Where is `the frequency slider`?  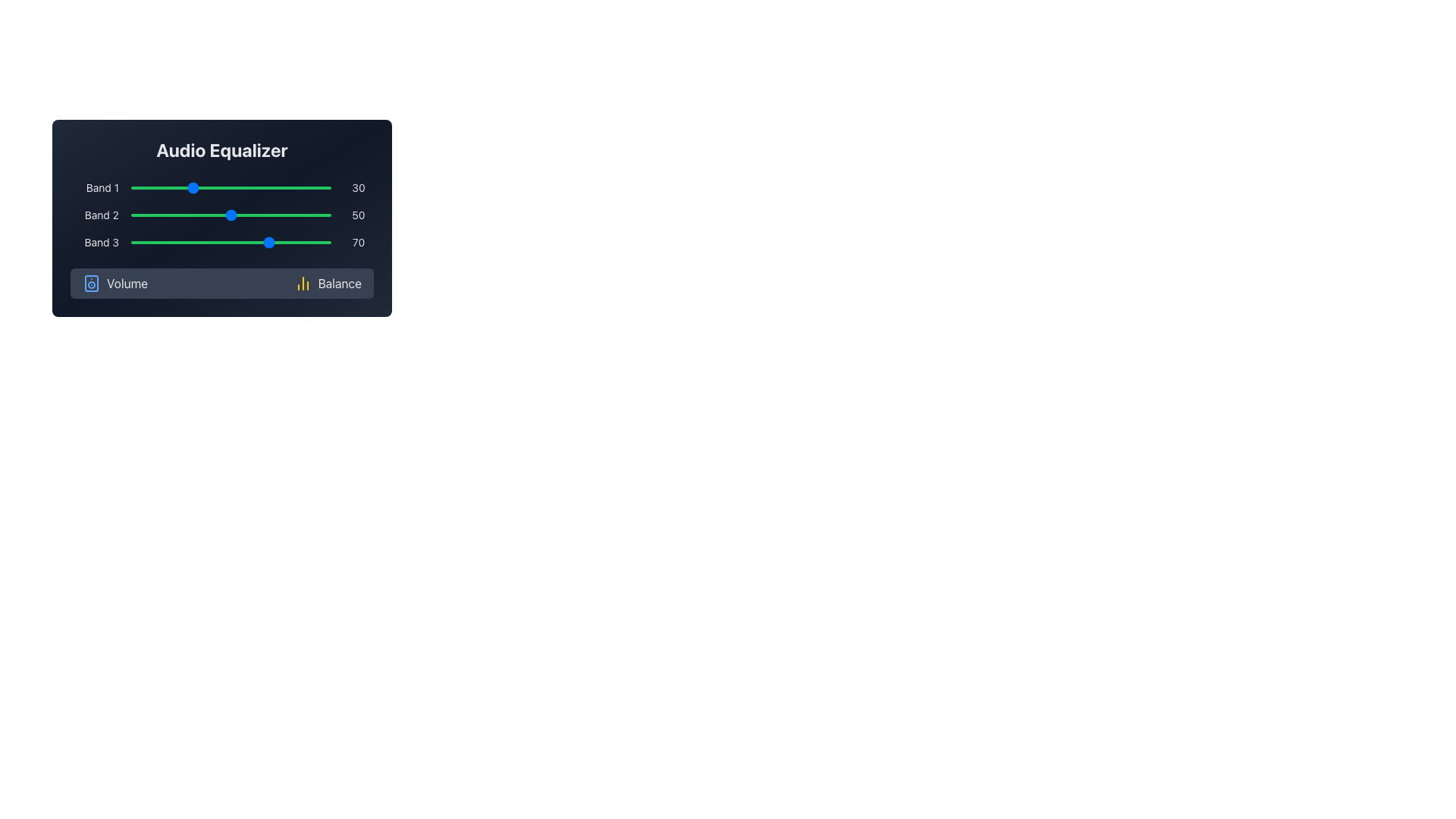 the frequency slider is located at coordinates (231, 215).